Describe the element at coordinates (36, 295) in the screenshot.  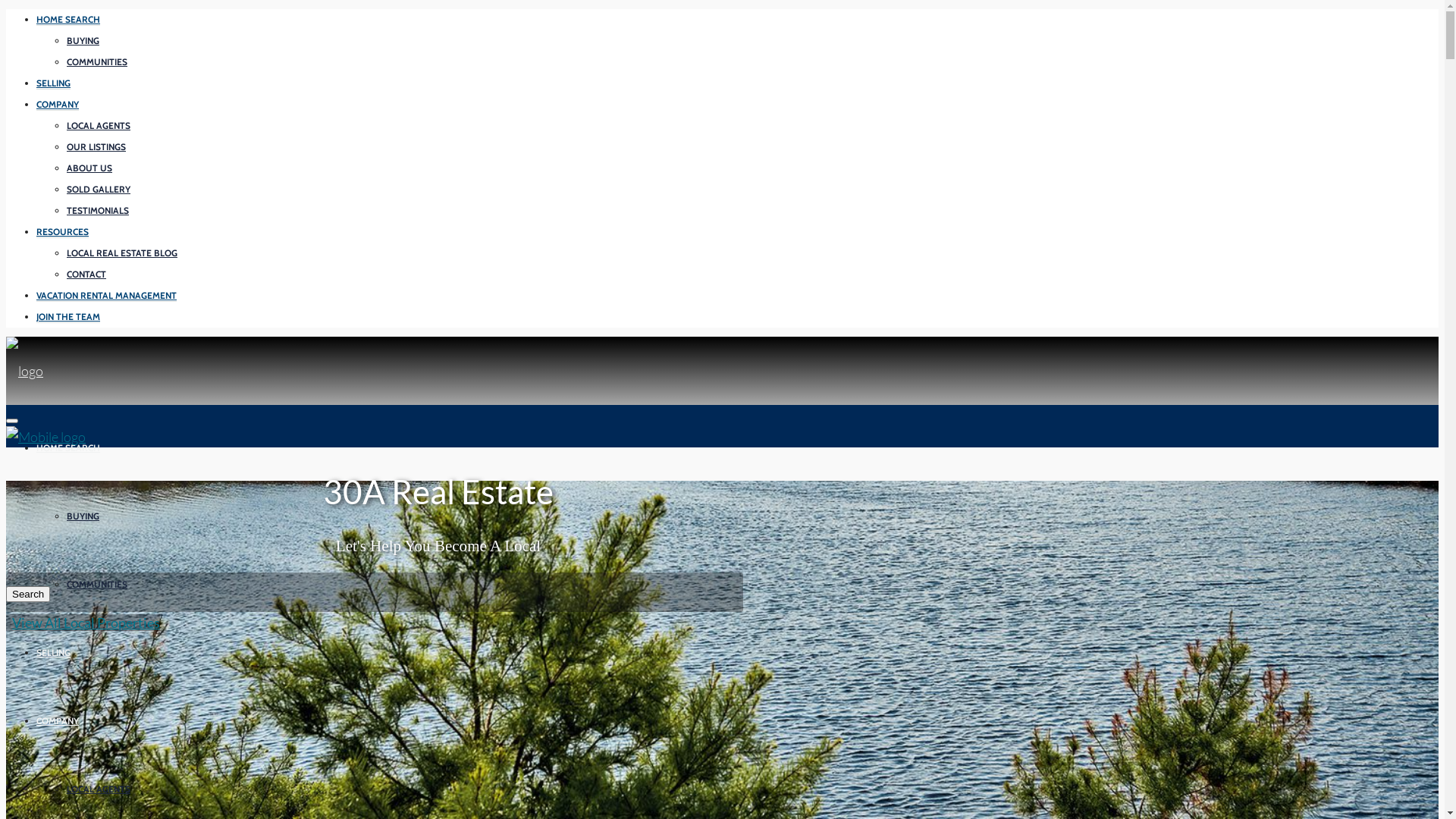
I see `'VACATION RENTAL MANAGEMENT'` at that location.